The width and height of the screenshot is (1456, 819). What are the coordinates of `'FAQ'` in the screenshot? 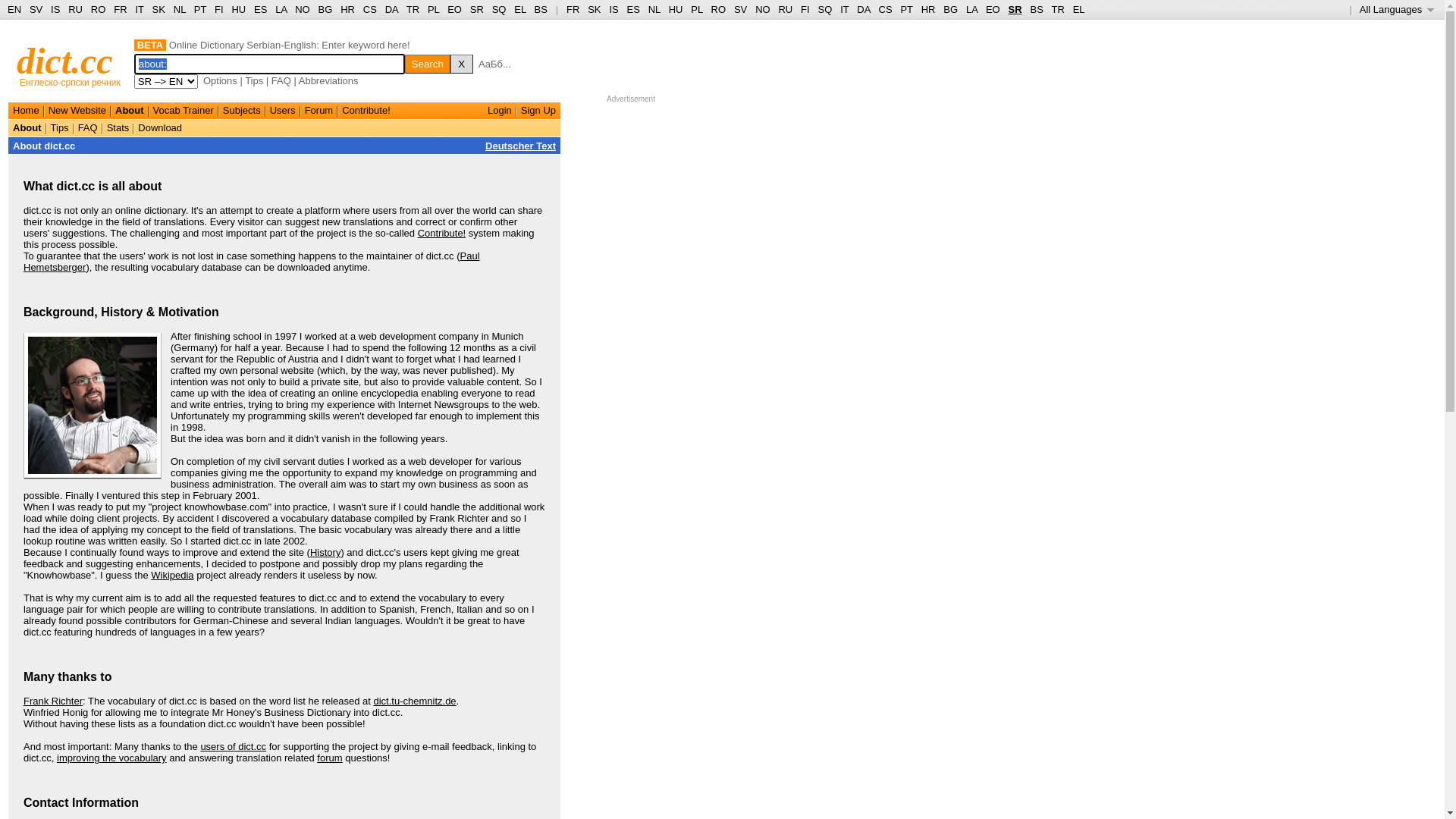 It's located at (281, 80).